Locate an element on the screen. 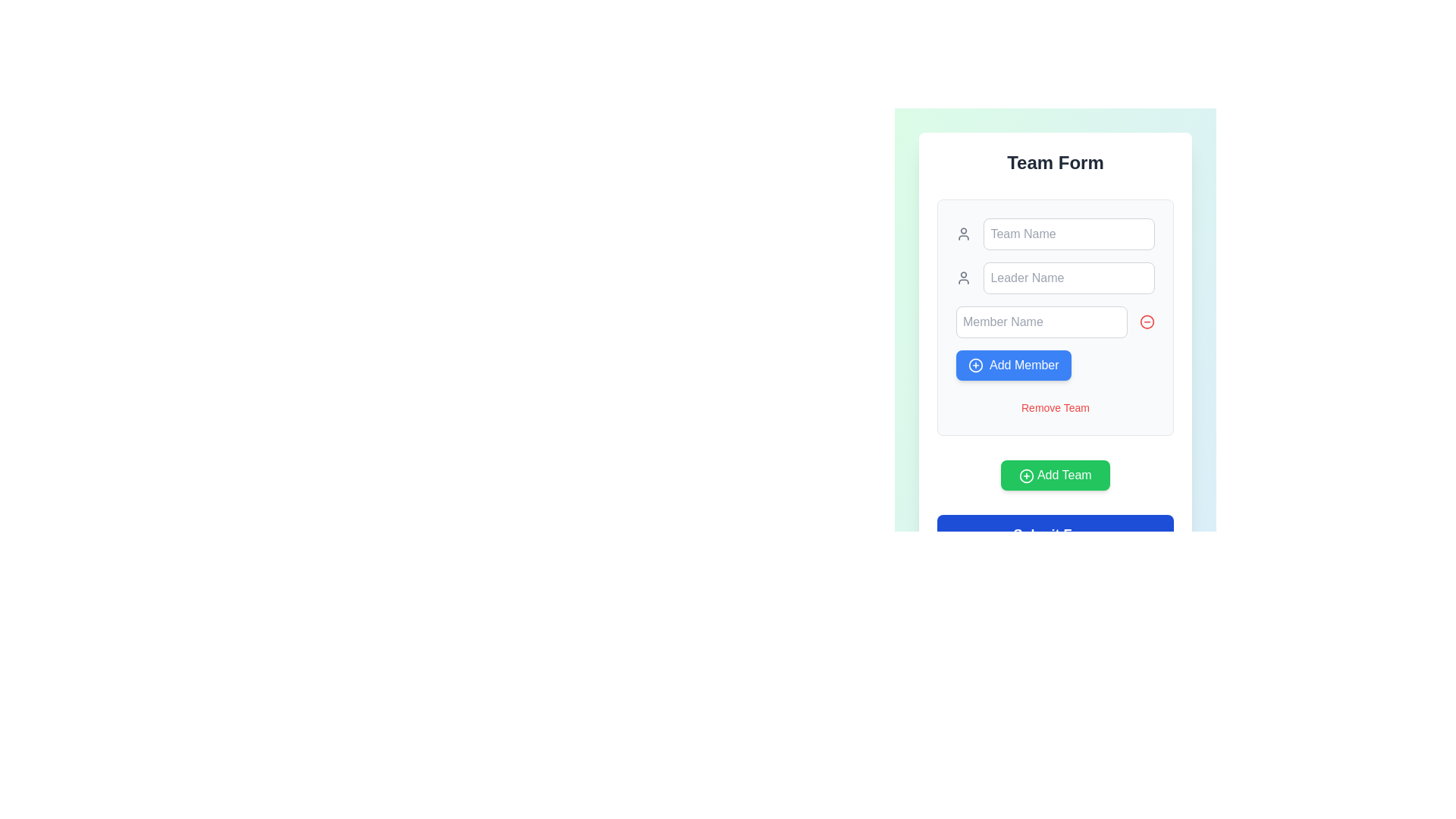 This screenshot has height=819, width=1456. the 'Leader Name' text input field is located at coordinates (1068, 278).